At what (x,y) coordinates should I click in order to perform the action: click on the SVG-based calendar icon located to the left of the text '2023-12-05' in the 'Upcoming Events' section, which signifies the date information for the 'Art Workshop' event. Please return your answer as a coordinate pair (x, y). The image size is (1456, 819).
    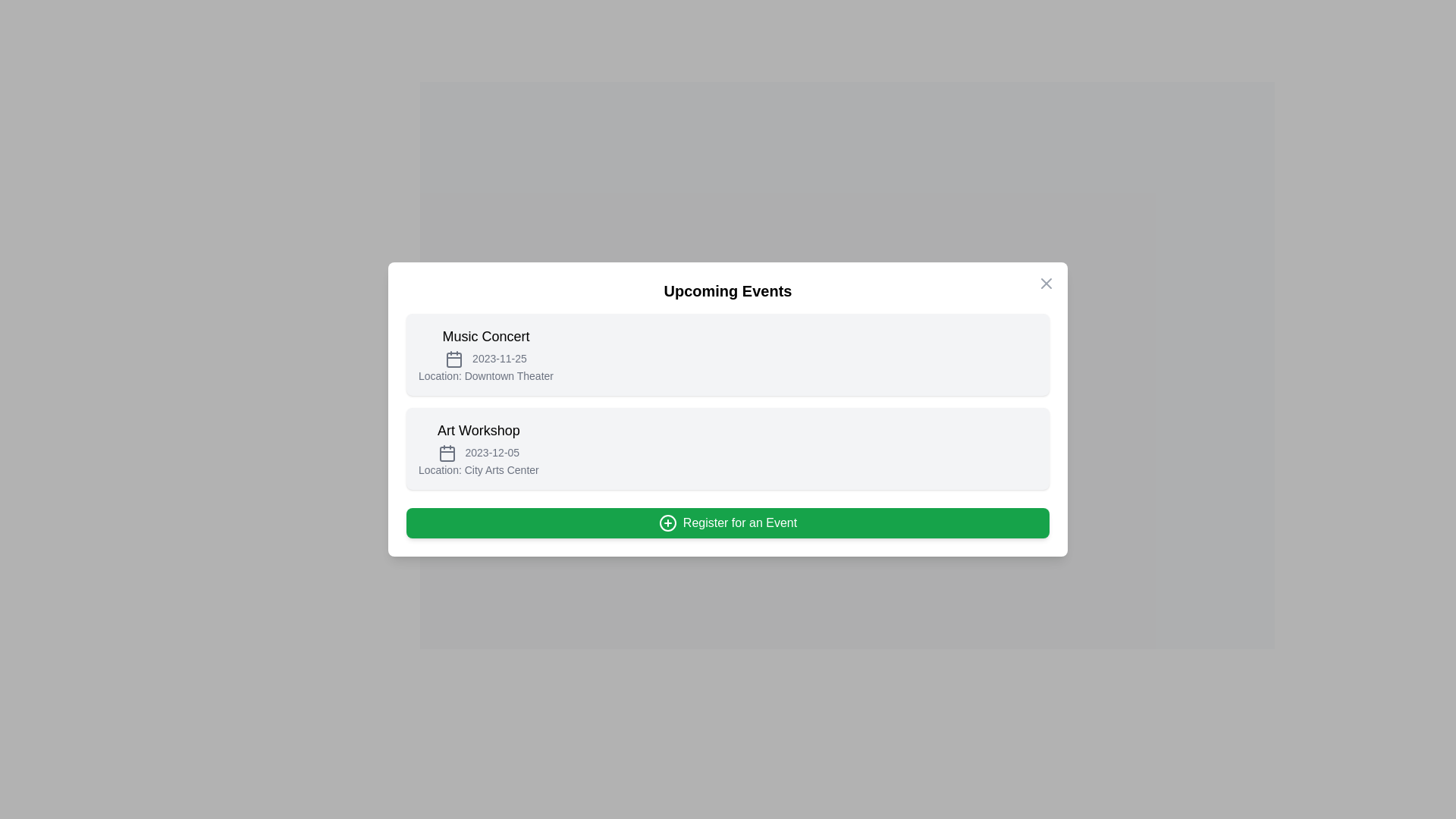
    Looking at the image, I should click on (446, 452).